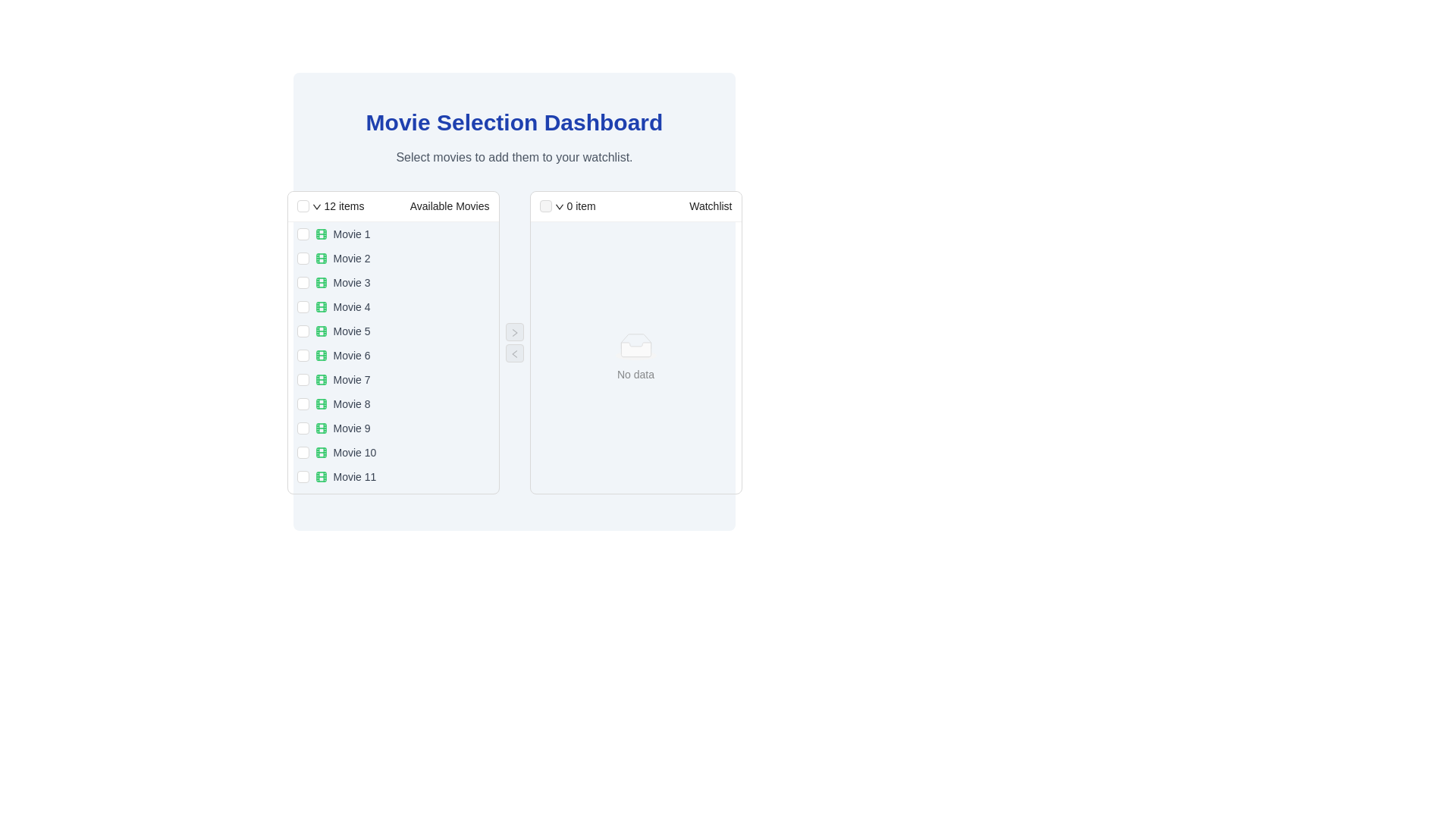 This screenshot has height=819, width=1456. What do you see at coordinates (320, 257) in the screenshot?
I see `the movie icon next to 'Movie 2' in the second row of the movies list` at bounding box center [320, 257].